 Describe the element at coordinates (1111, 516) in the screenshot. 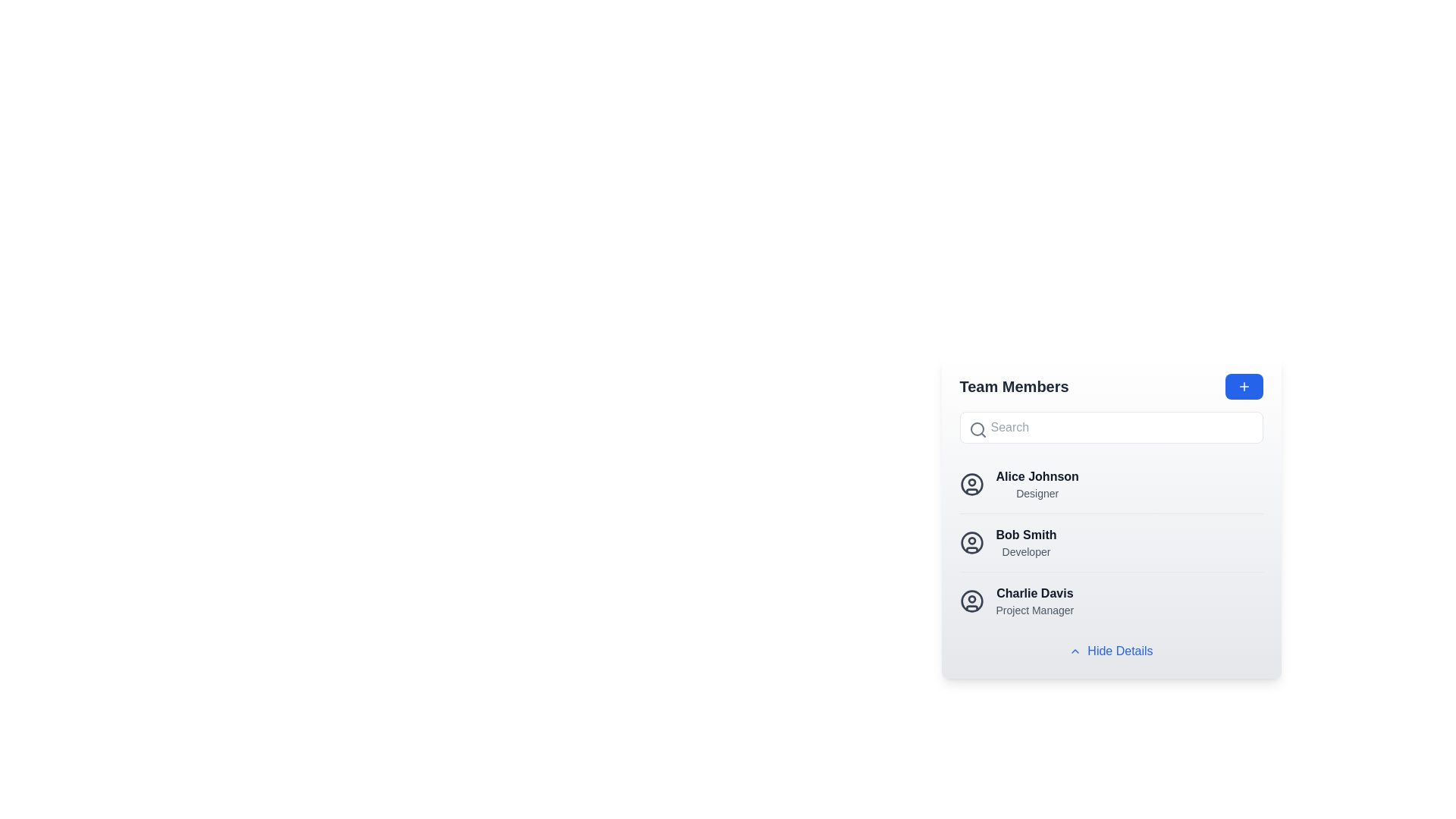

I see `the list item displaying details about 'Bob Smith, Developer'` at that location.